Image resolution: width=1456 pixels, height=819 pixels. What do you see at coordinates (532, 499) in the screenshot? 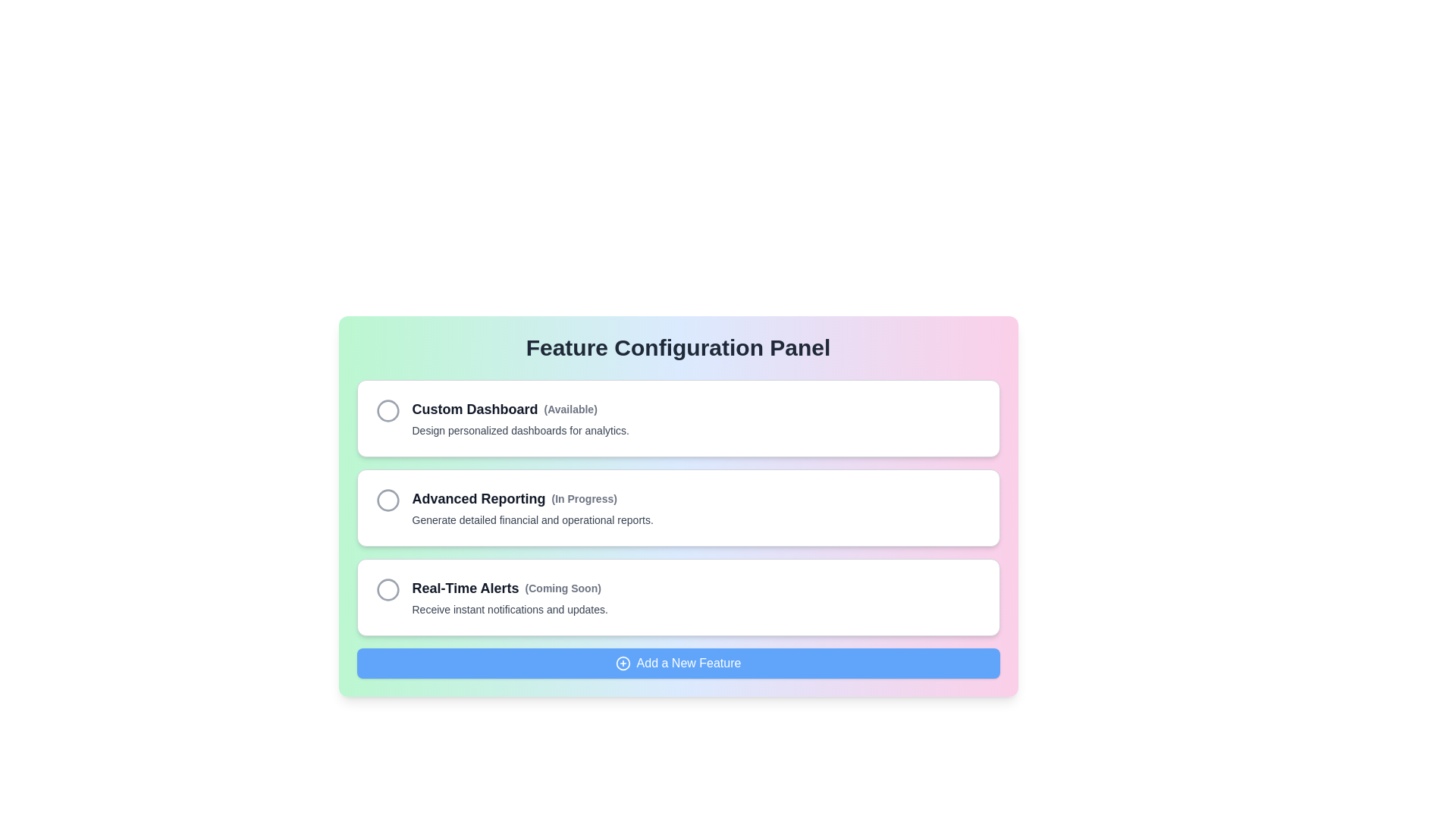
I see `information displayed in the bold text label 'Advanced Reporting' with the note '(In Progress)' located in the second option block of the feature configuration panel` at bounding box center [532, 499].